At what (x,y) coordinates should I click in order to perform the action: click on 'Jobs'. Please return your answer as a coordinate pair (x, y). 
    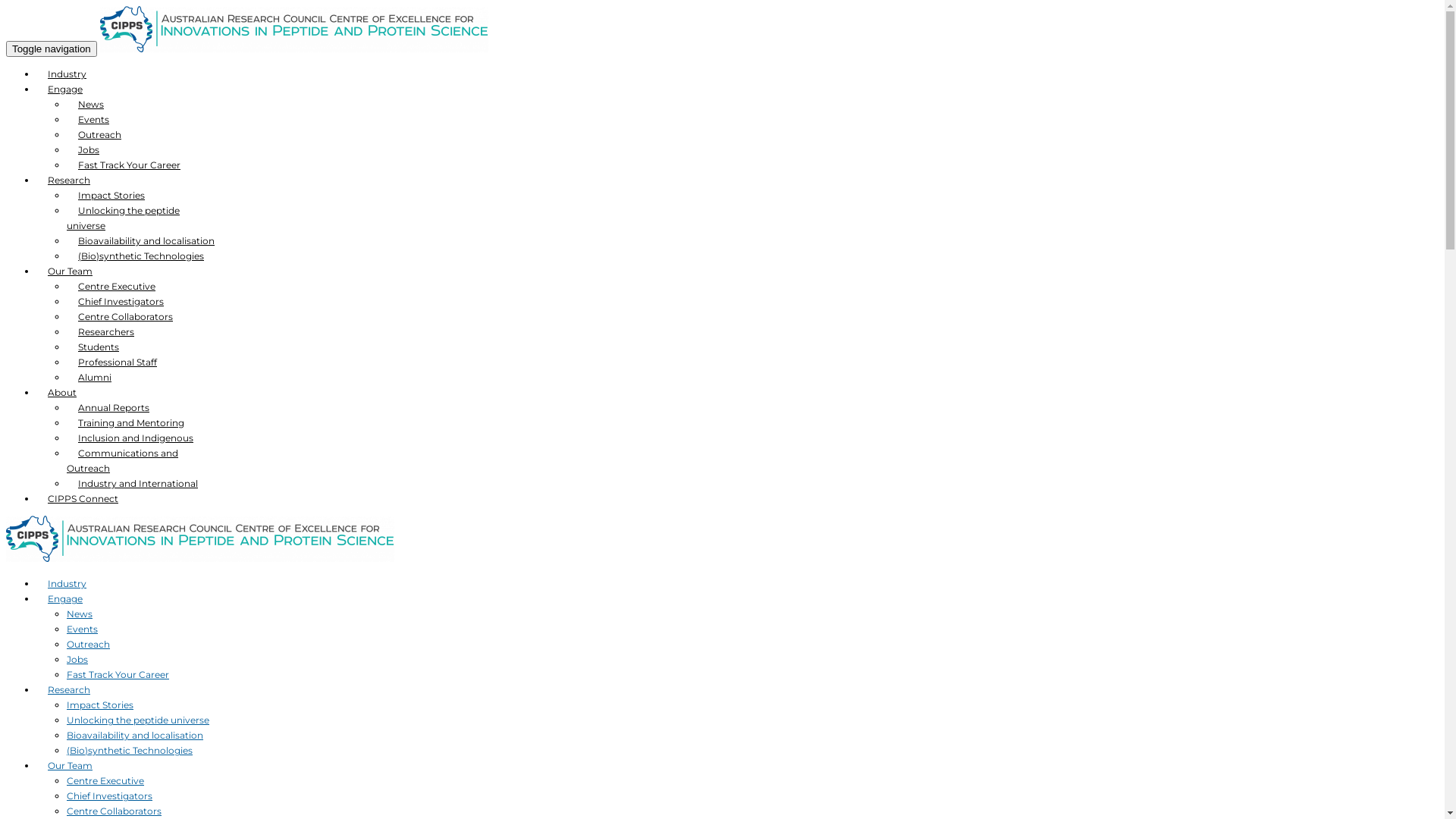
    Looking at the image, I should click on (76, 658).